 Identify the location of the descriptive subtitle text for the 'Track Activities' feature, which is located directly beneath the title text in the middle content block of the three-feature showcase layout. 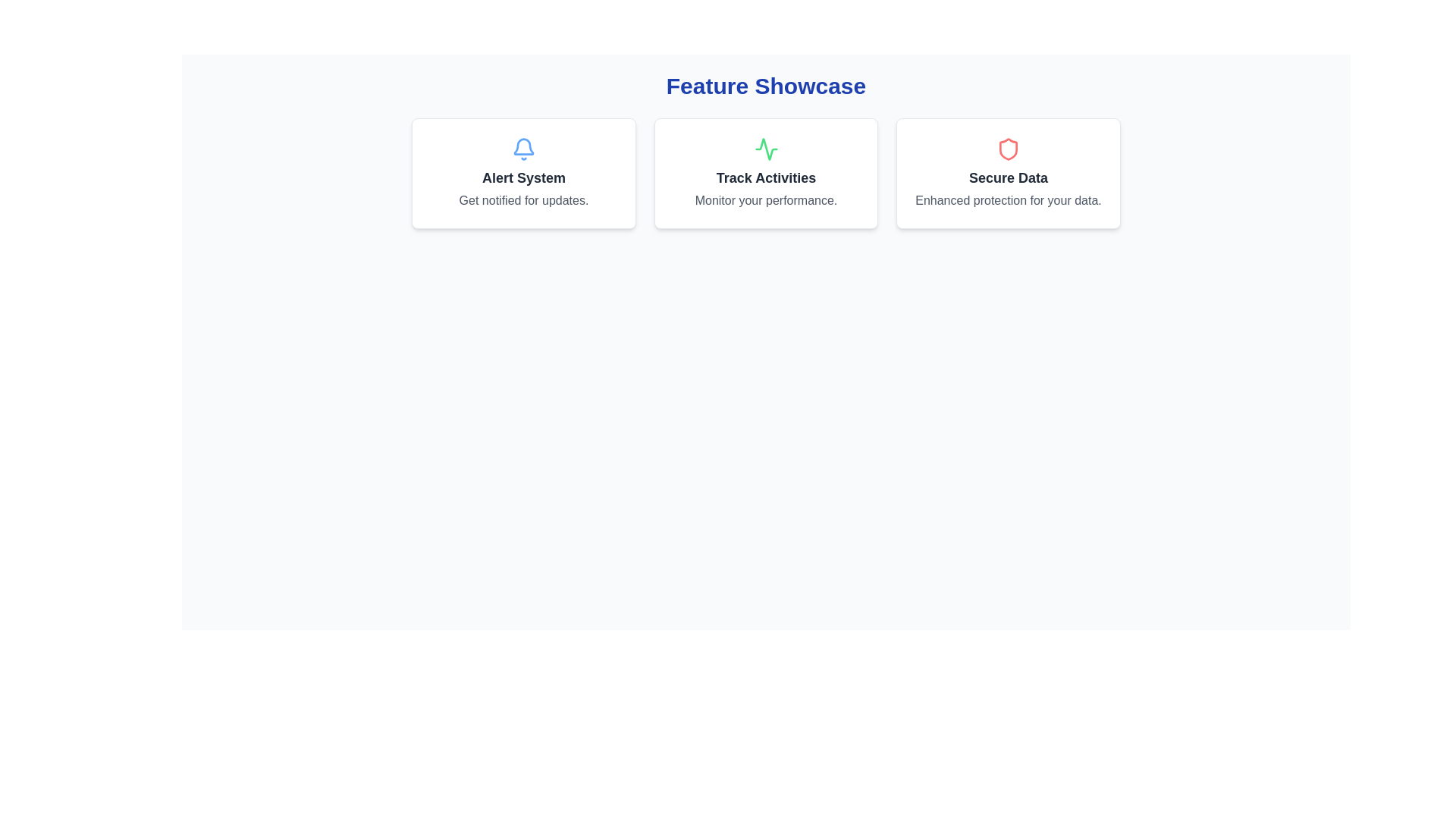
(766, 200).